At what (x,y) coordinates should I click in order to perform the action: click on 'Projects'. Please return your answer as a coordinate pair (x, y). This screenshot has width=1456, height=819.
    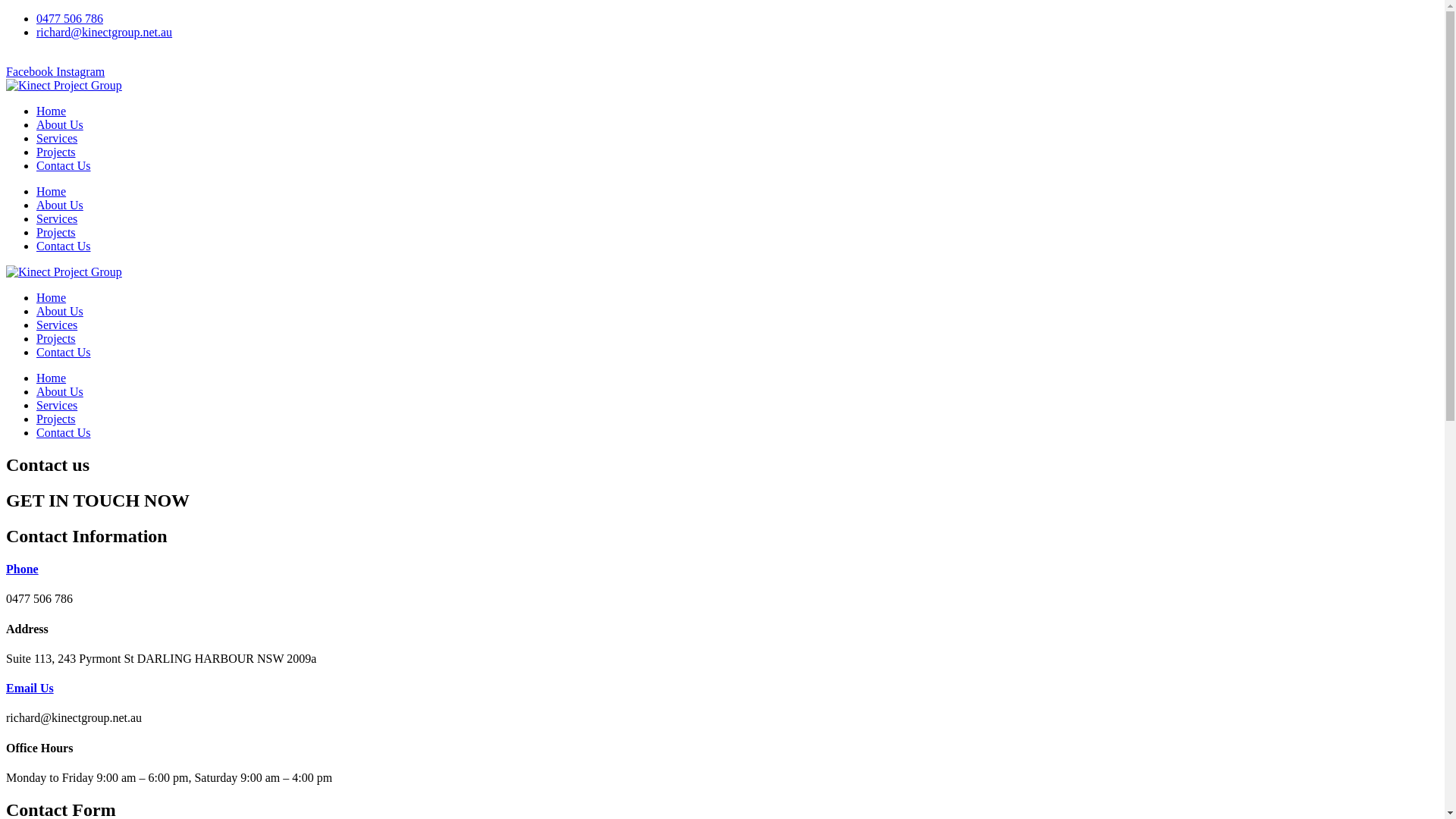
    Looking at the image, I should click on (55, 419).